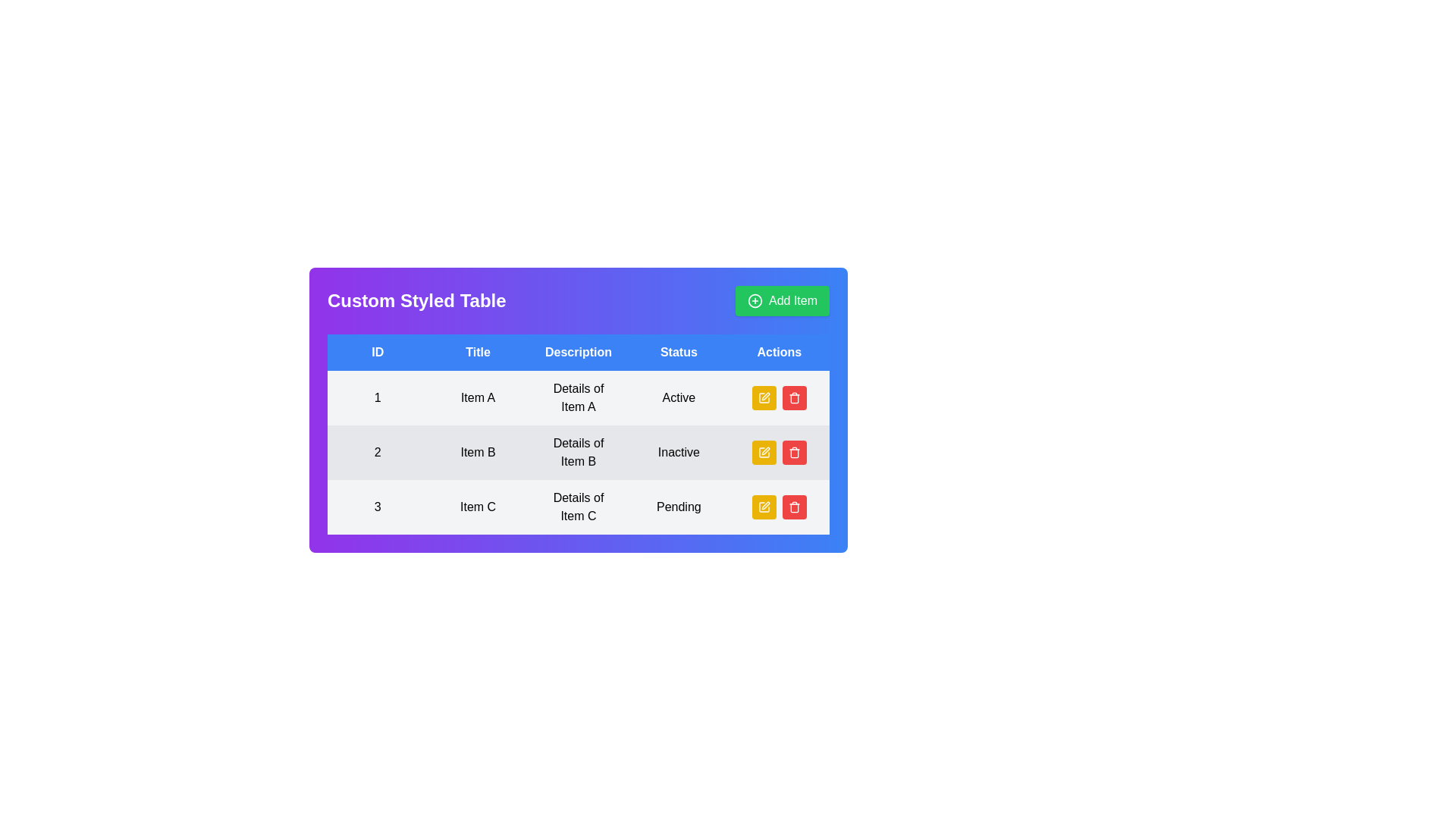 The height and width of the screenshot is (819, 1456). I want to click on text displayed as the title of the second item in the table, located in the 'Title' column of the second row, so click(477, 452).